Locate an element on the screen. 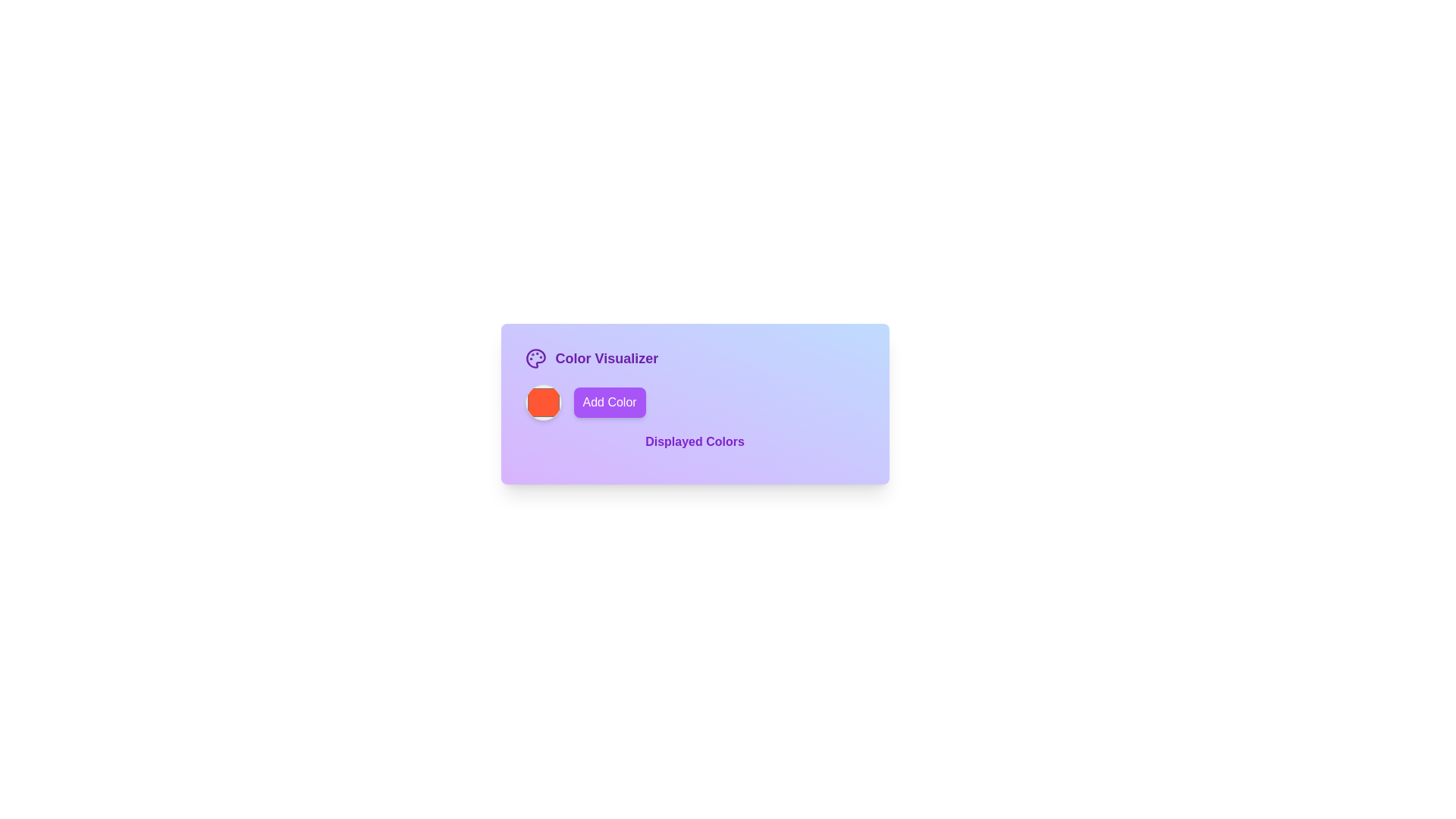  the Text Label that serves as a heading within the 'Color Visualizer' panel, positioned below the 'Add Color' button and above the color display grid is located at coordinates (694, 441).